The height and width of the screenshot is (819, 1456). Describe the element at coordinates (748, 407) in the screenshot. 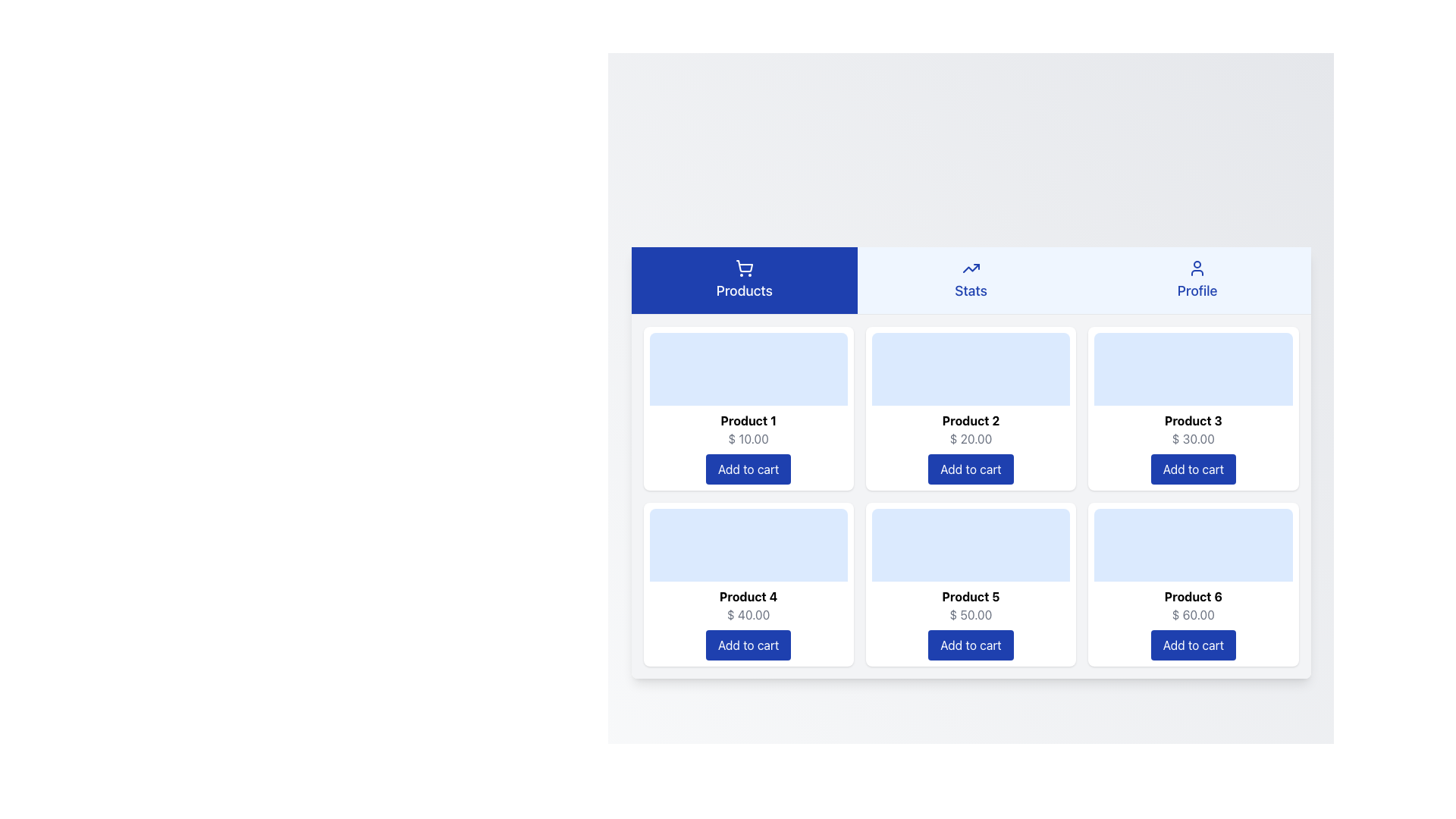

I see `the product details by interacting with the first Product Card located at the top-left corner of the grid layout` at that location.